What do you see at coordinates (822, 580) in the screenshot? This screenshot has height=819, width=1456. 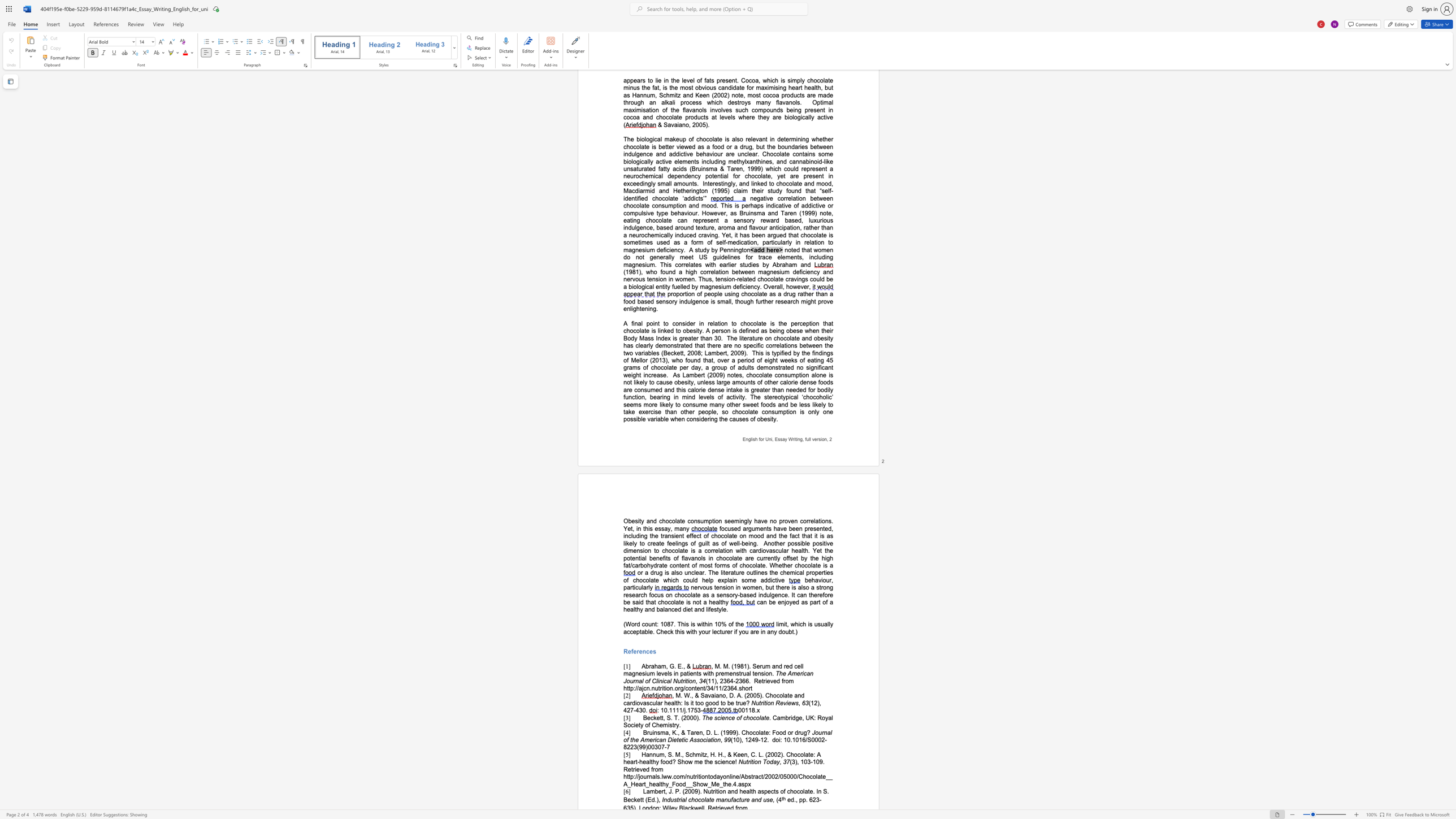 I see `the subset text "our, parti" within the text "behaviour, particularly"` at bounding box center [822, 580].